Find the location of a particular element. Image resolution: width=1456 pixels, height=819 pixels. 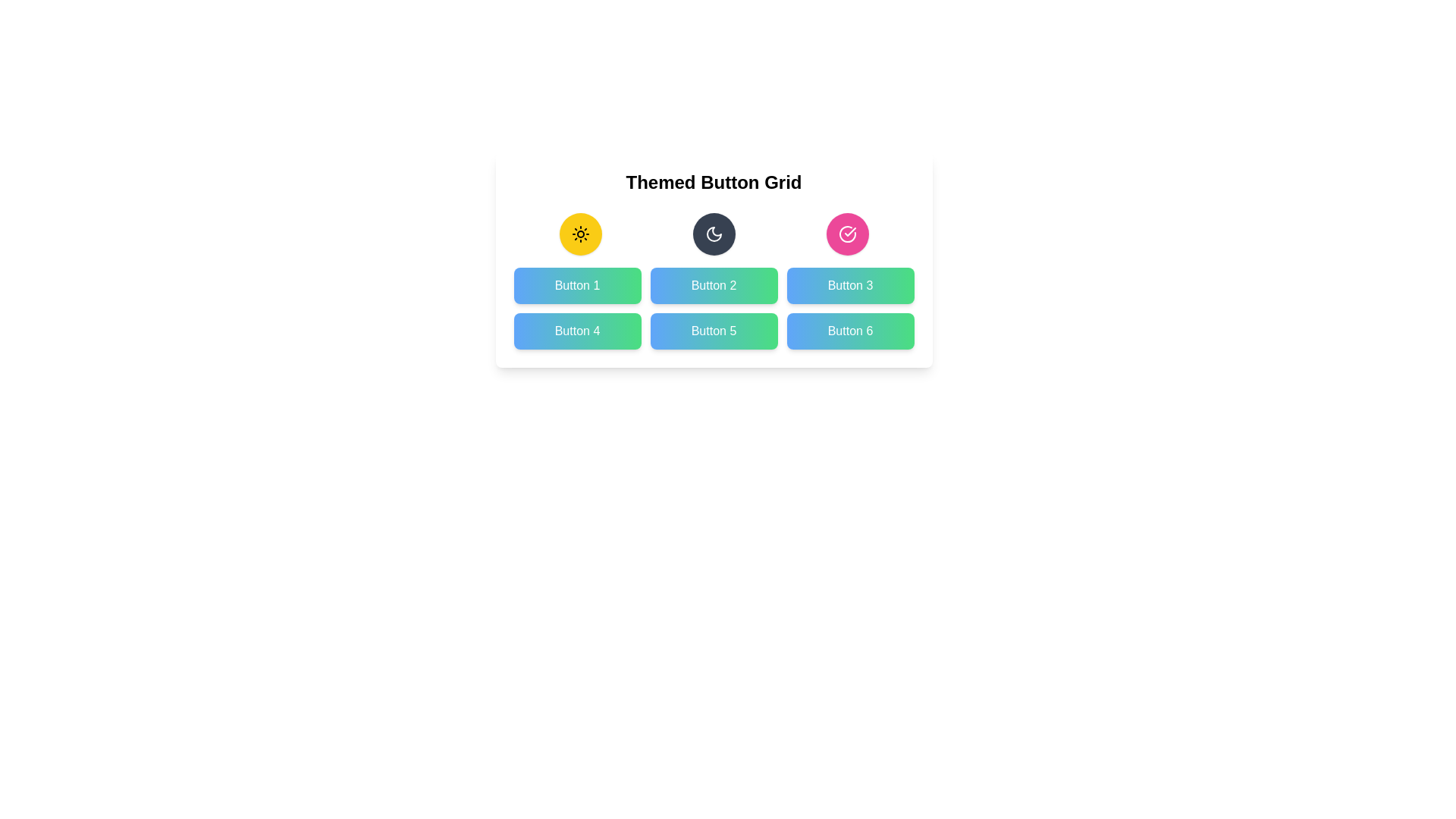

the rectangular button labeled 'Button 2' with a gradient background transitioning from blue to green, which is the second button in the top row of the grid below 'Themed Button Grid' is located at coordinates (713, 286).